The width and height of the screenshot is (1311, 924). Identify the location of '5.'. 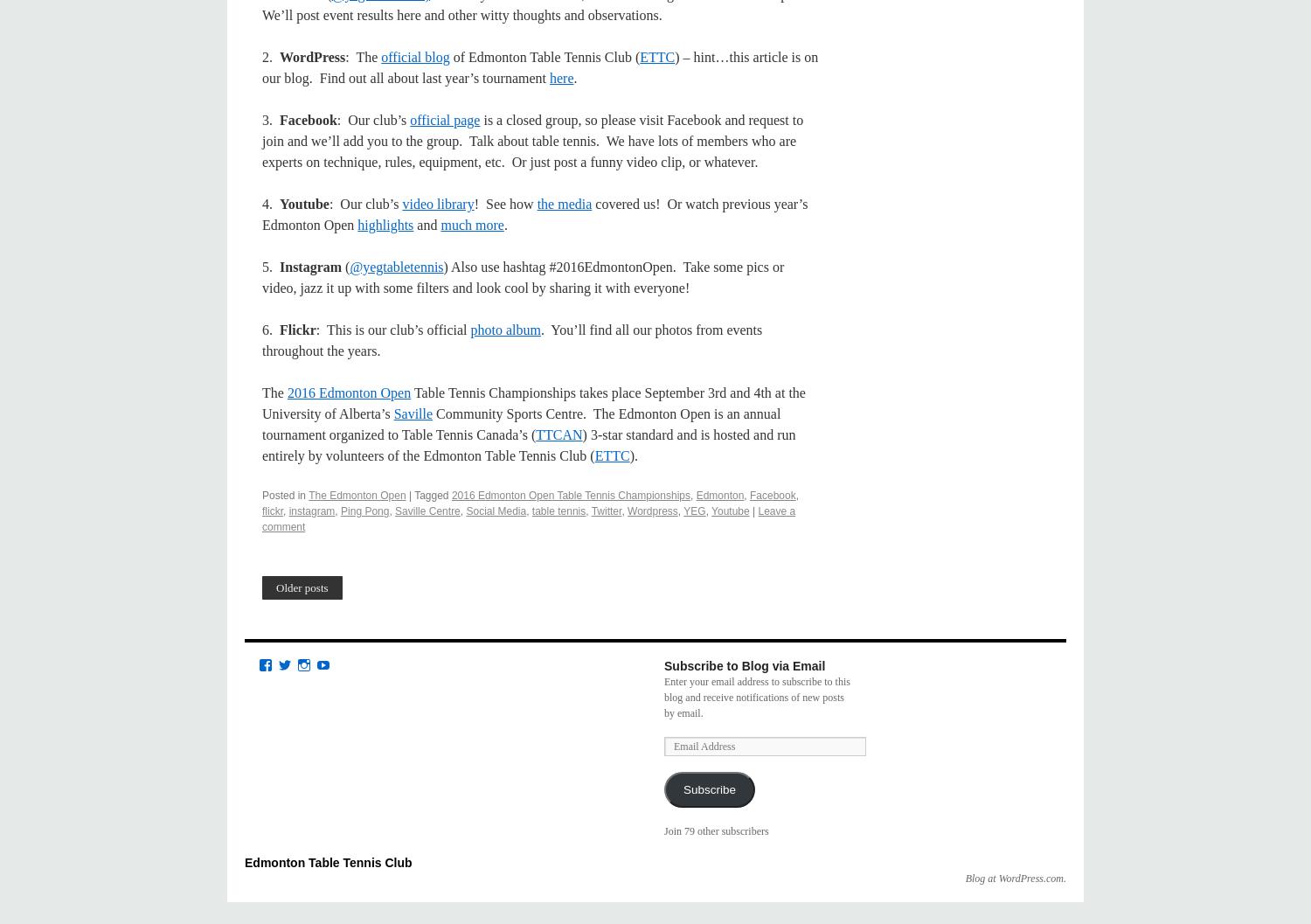
(271, 267).